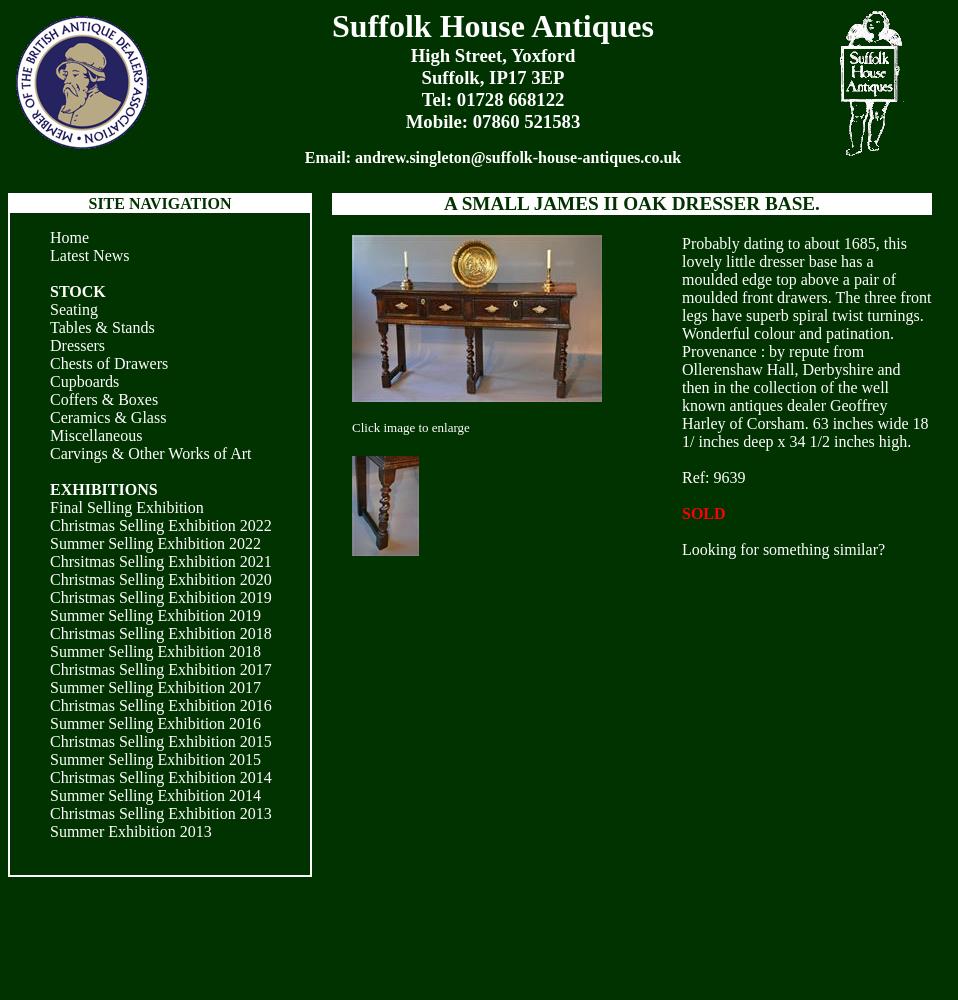 The image size is (958, 1000). What do you see at coordinates (159, 578) in the screenshot?
I see `'Christmas Selling Exhibition 2020'` at bounding box center [159, 578].